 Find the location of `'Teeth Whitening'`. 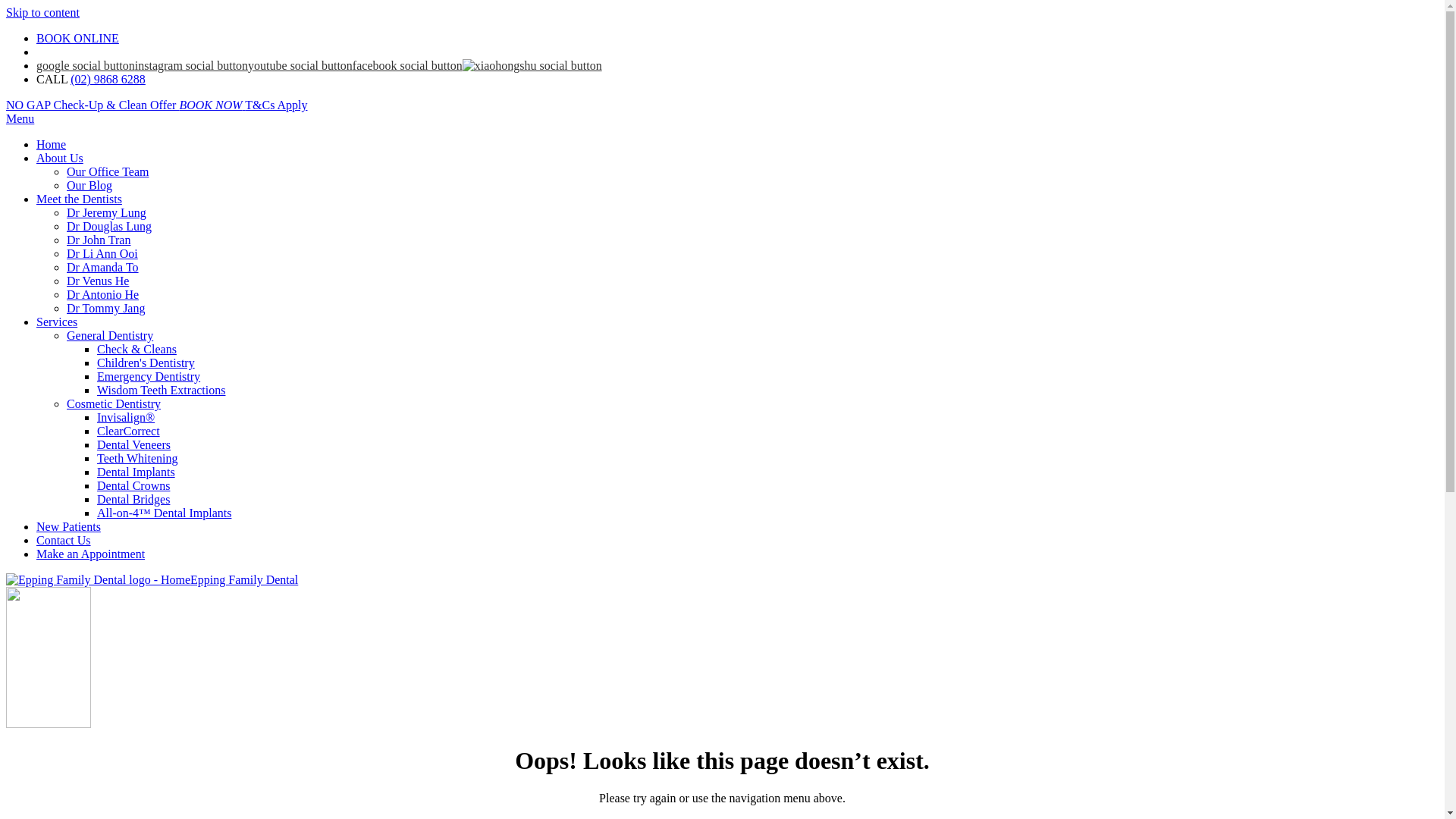

'Teeth Whitening' is located at coordinates (137, 457).